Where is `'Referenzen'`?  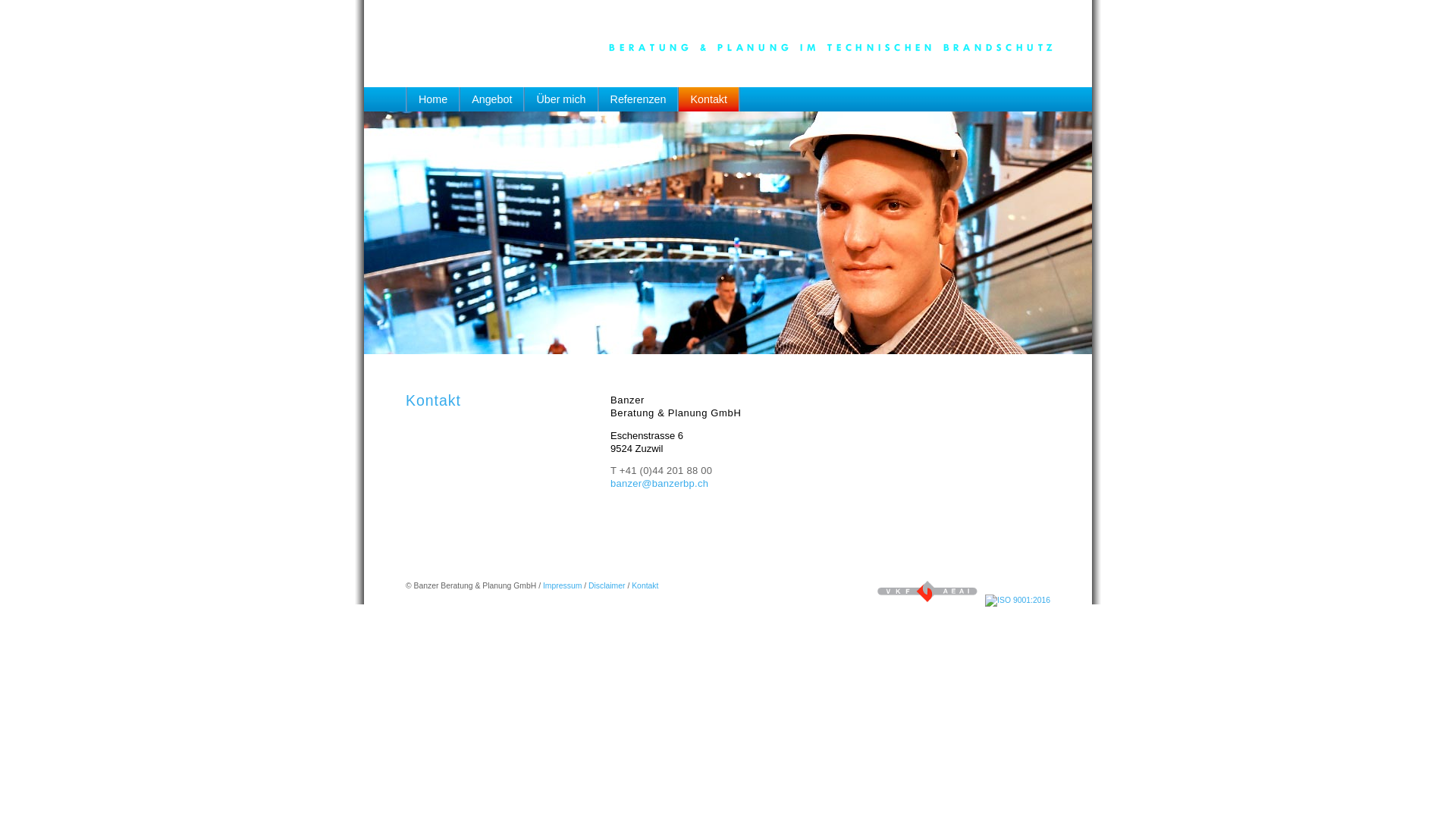
'Referenzen' is located at coordinates (639, 102).